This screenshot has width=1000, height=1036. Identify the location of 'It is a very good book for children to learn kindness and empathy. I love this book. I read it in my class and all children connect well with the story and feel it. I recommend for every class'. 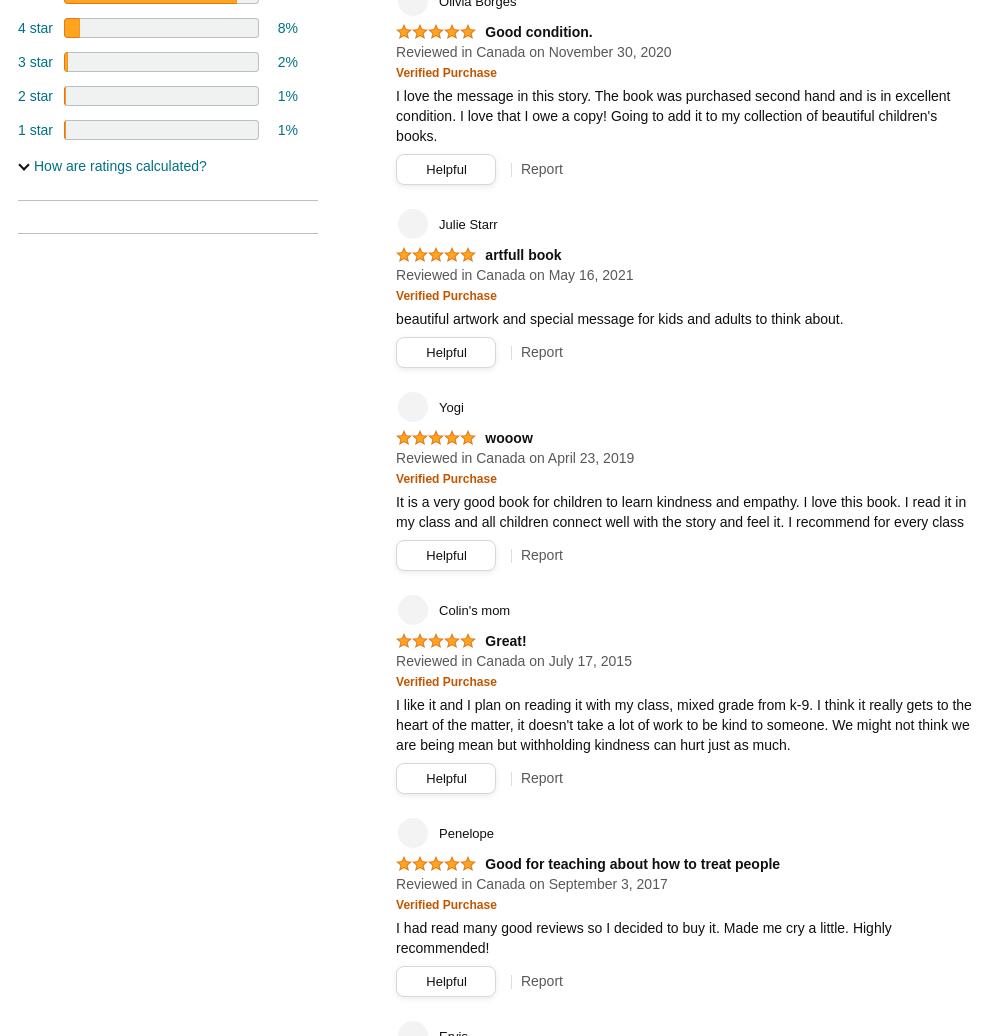
(681, 511).